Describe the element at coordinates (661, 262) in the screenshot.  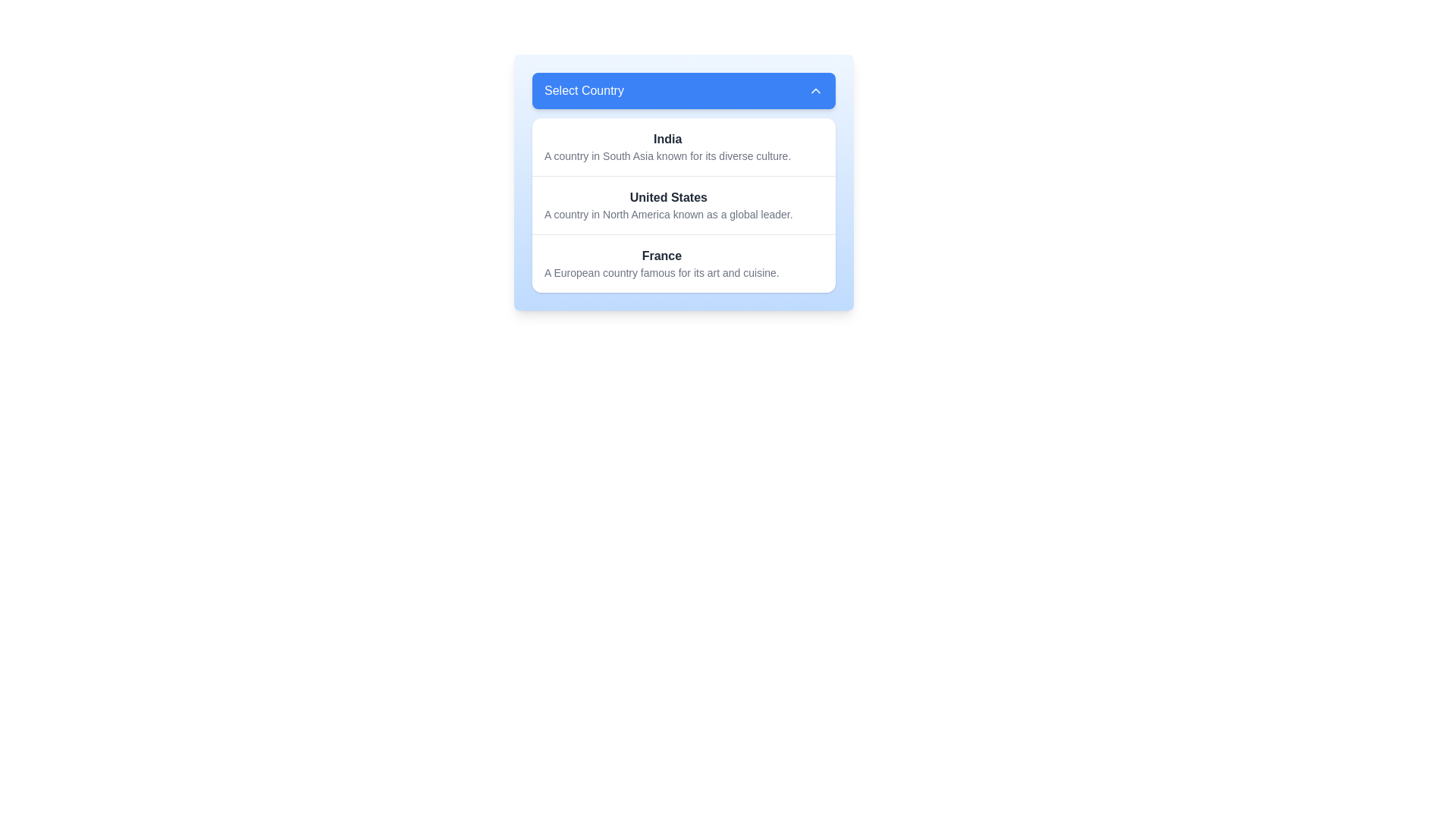
I see `the dropdown option labeled 'France', which is the last item in the list and displays a bold font with dark text color above a smaller, lighter description` at that location.